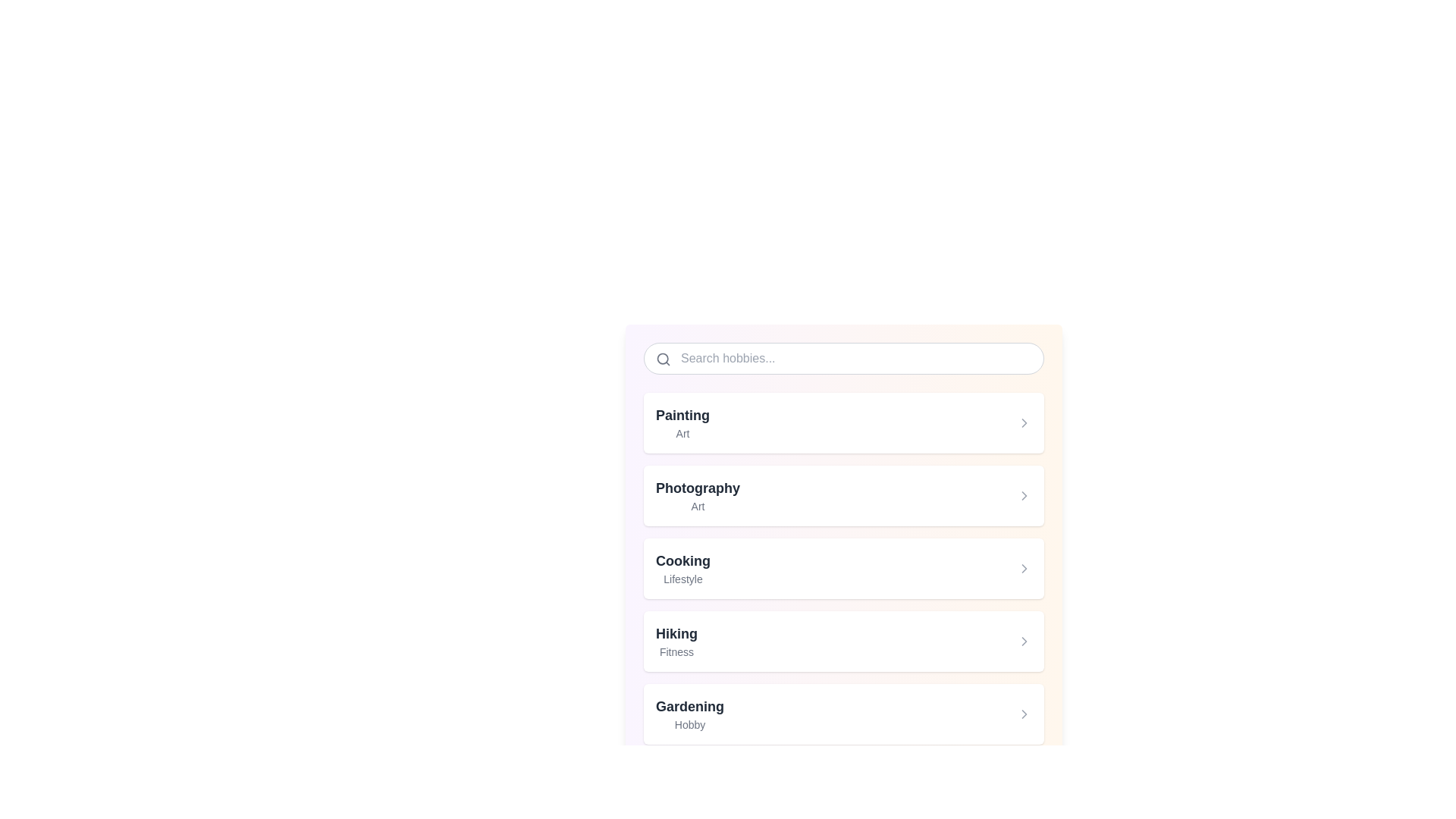 Image resolution: width=1456 pixels, height=819 pixels. I want to click on the 'Cooking' text label, which is the third item in a list of hobbies, so click(682, 568).